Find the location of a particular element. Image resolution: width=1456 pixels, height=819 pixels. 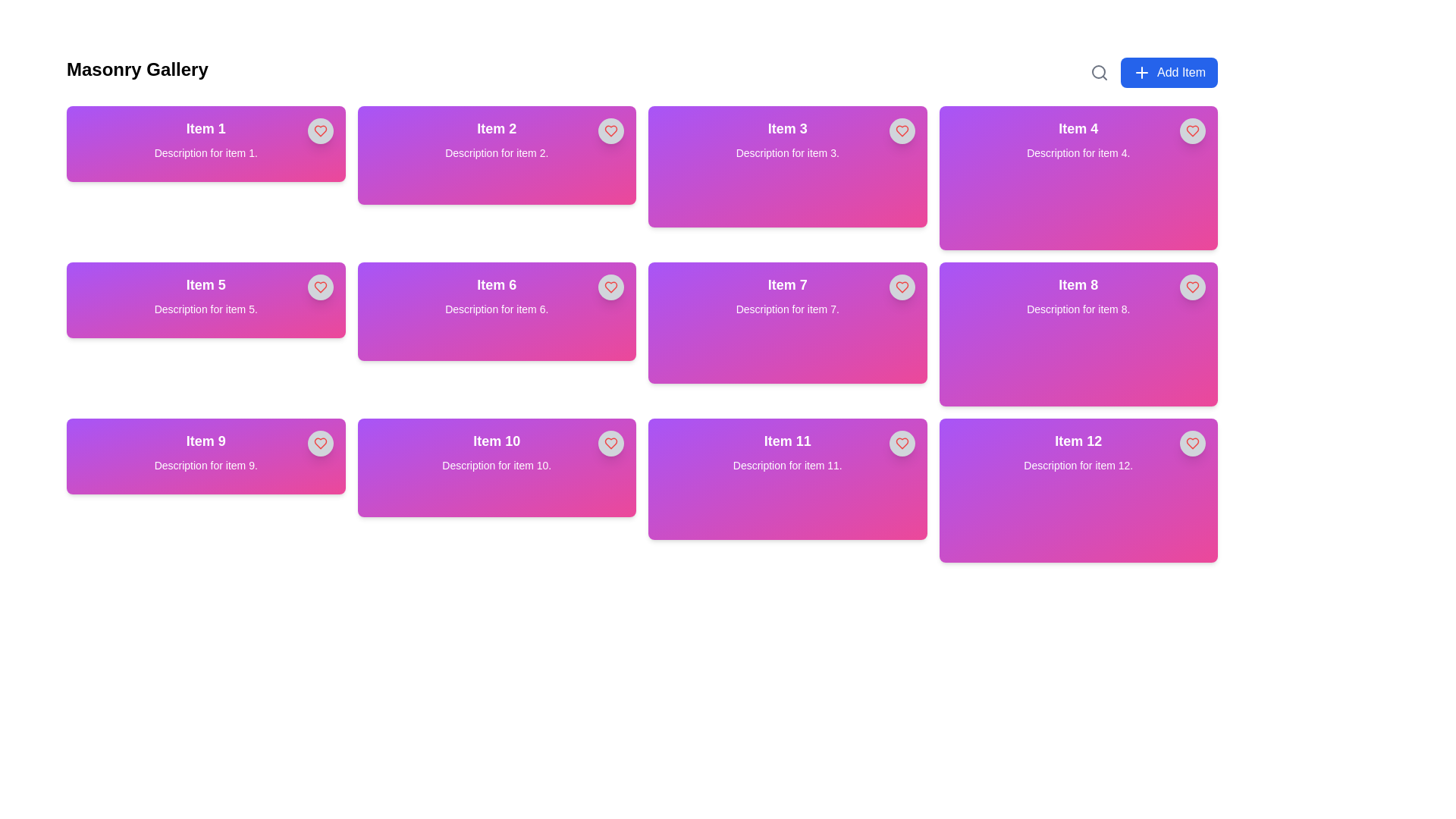

the text label 'Description for item 10.' which is styled in a smaller font and located inside the vibrant card in the third row, second column of the grid is located at coordinates (497, 464).